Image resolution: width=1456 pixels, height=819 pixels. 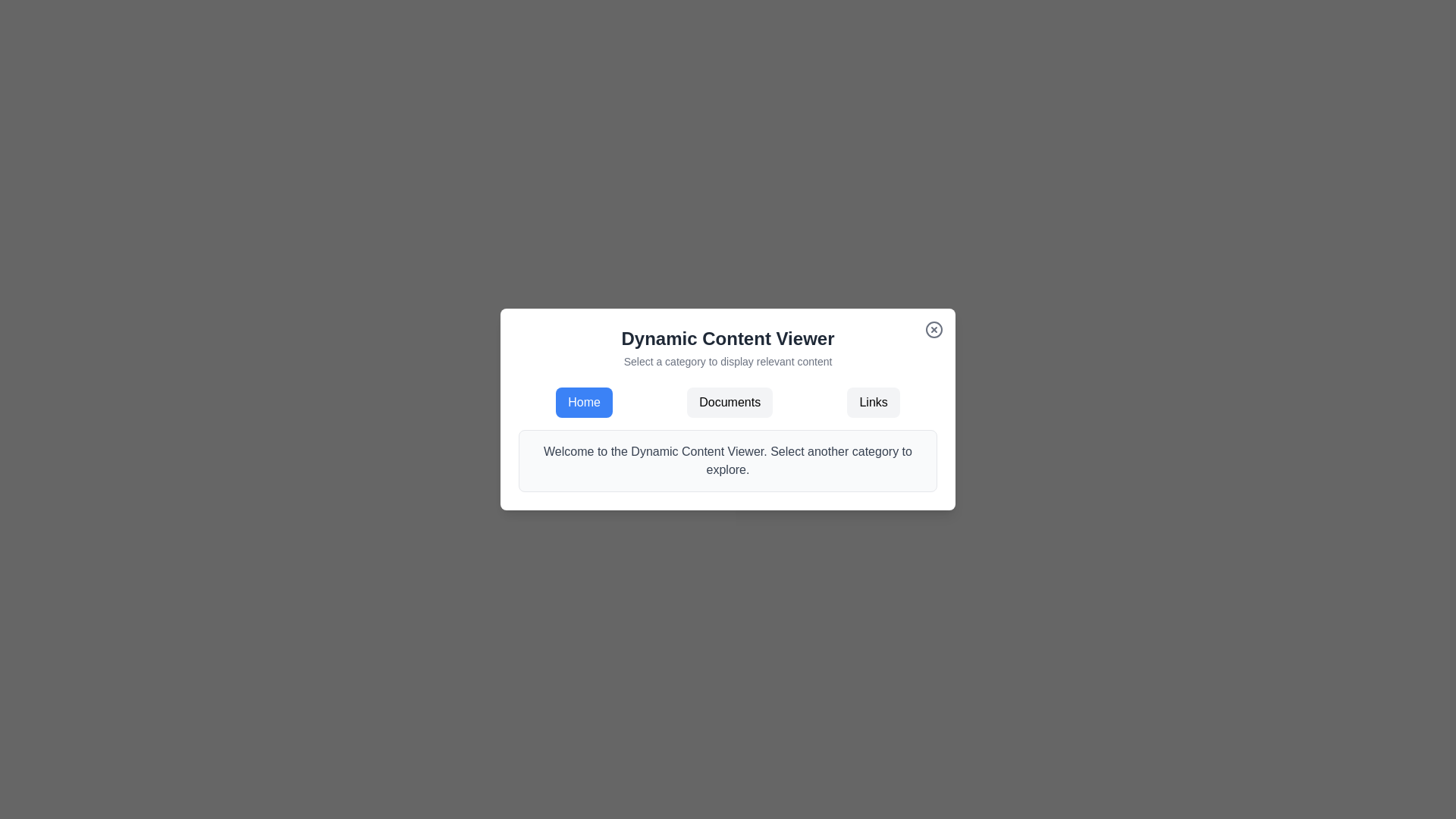 What do you see at coordinates (728, 348) in the screenshot?
I see `the Text display section containing the header 'Dynamic Content Viewer' and the subtitle 'Select a category` at bounding box center [728, 348].